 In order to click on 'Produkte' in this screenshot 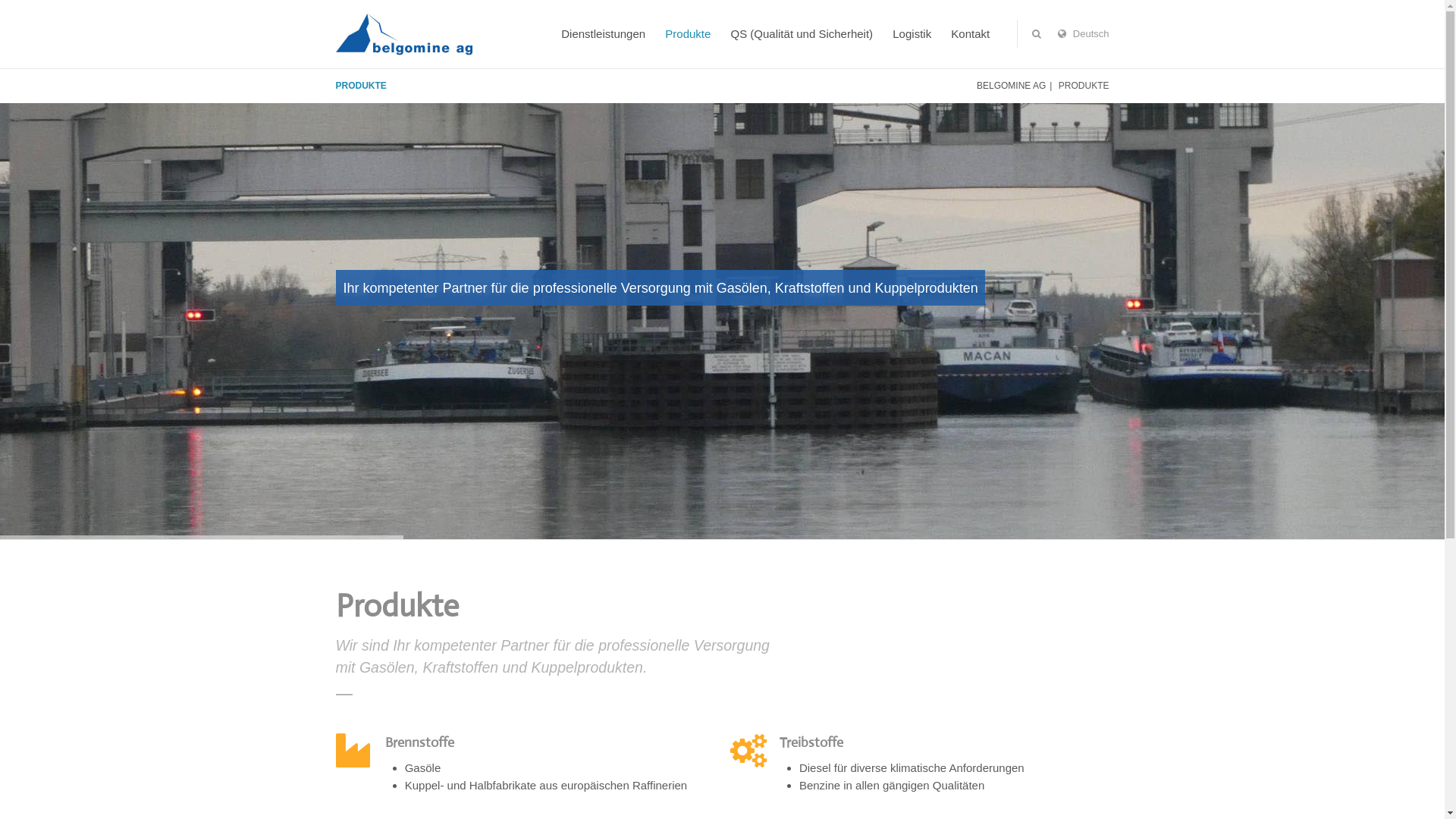, I will do `click(687, 34)`.